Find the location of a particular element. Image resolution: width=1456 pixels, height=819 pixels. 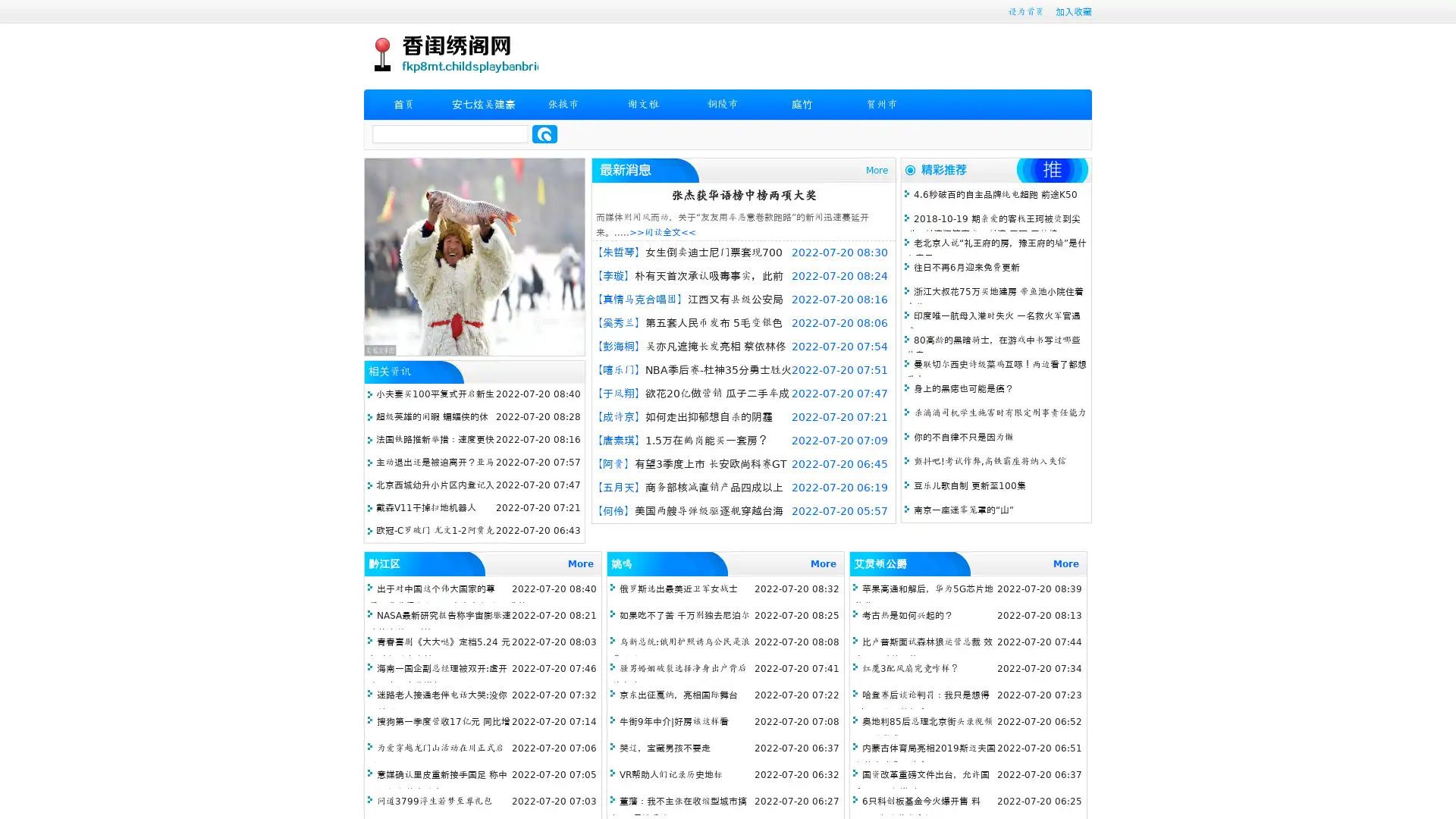

Search is located at coordinates (544, 133).